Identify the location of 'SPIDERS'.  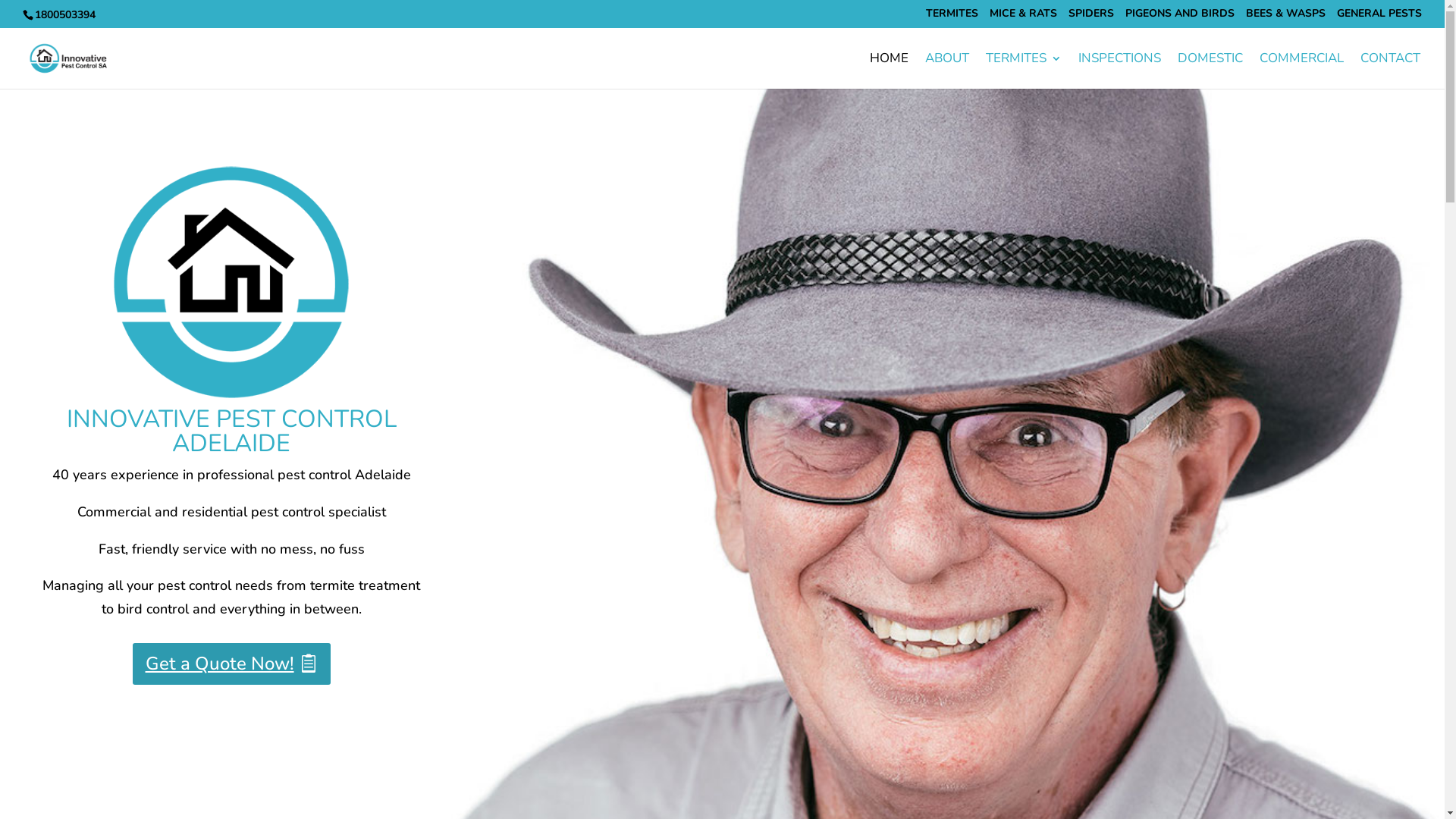
(1068, 17).